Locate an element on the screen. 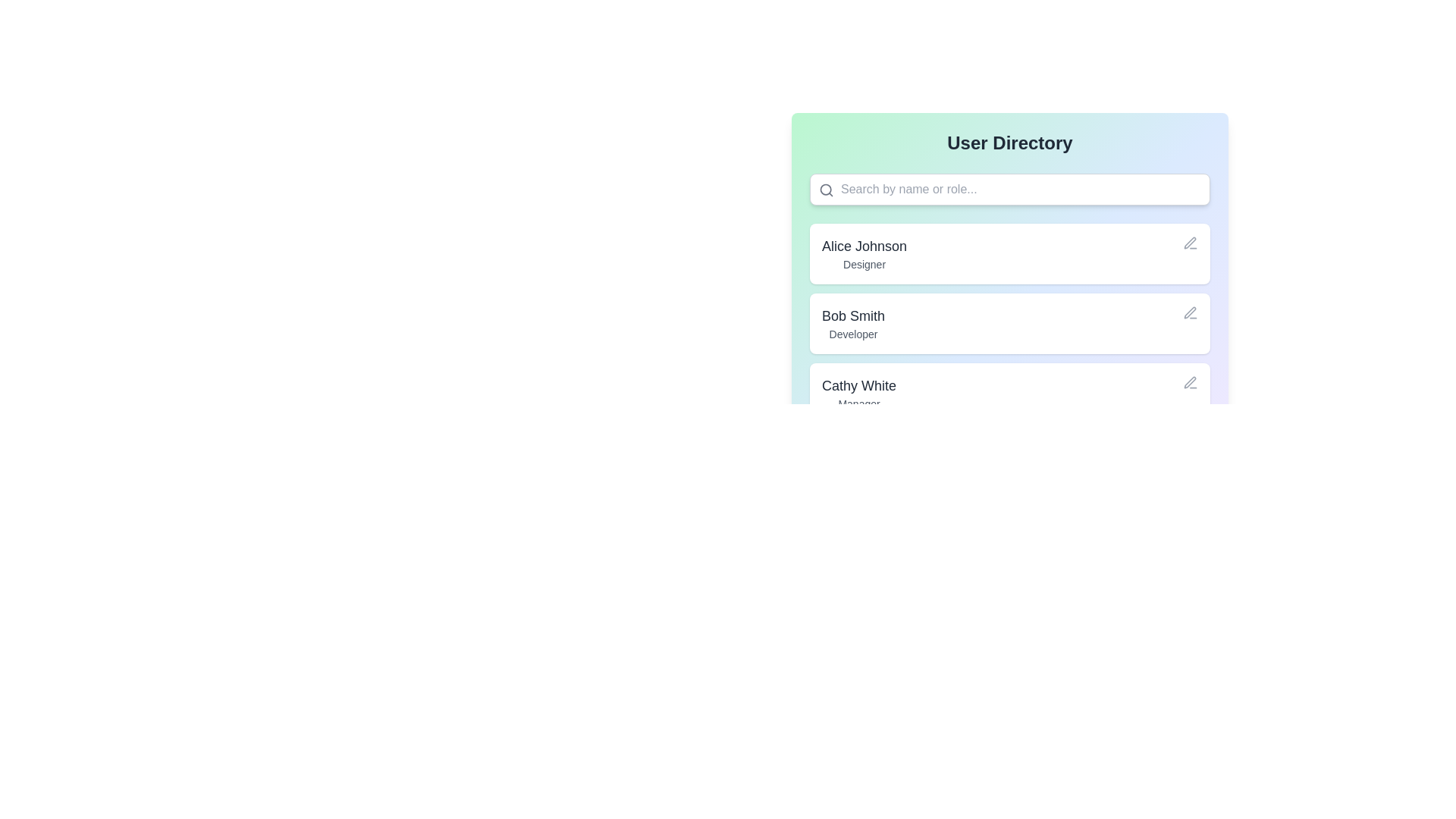 This screenshot has height=819, width=1456. the editing icon located in the top-right corner of the panel for 'Alice Johnson - Designer' is located at coordinates (1189, 242).